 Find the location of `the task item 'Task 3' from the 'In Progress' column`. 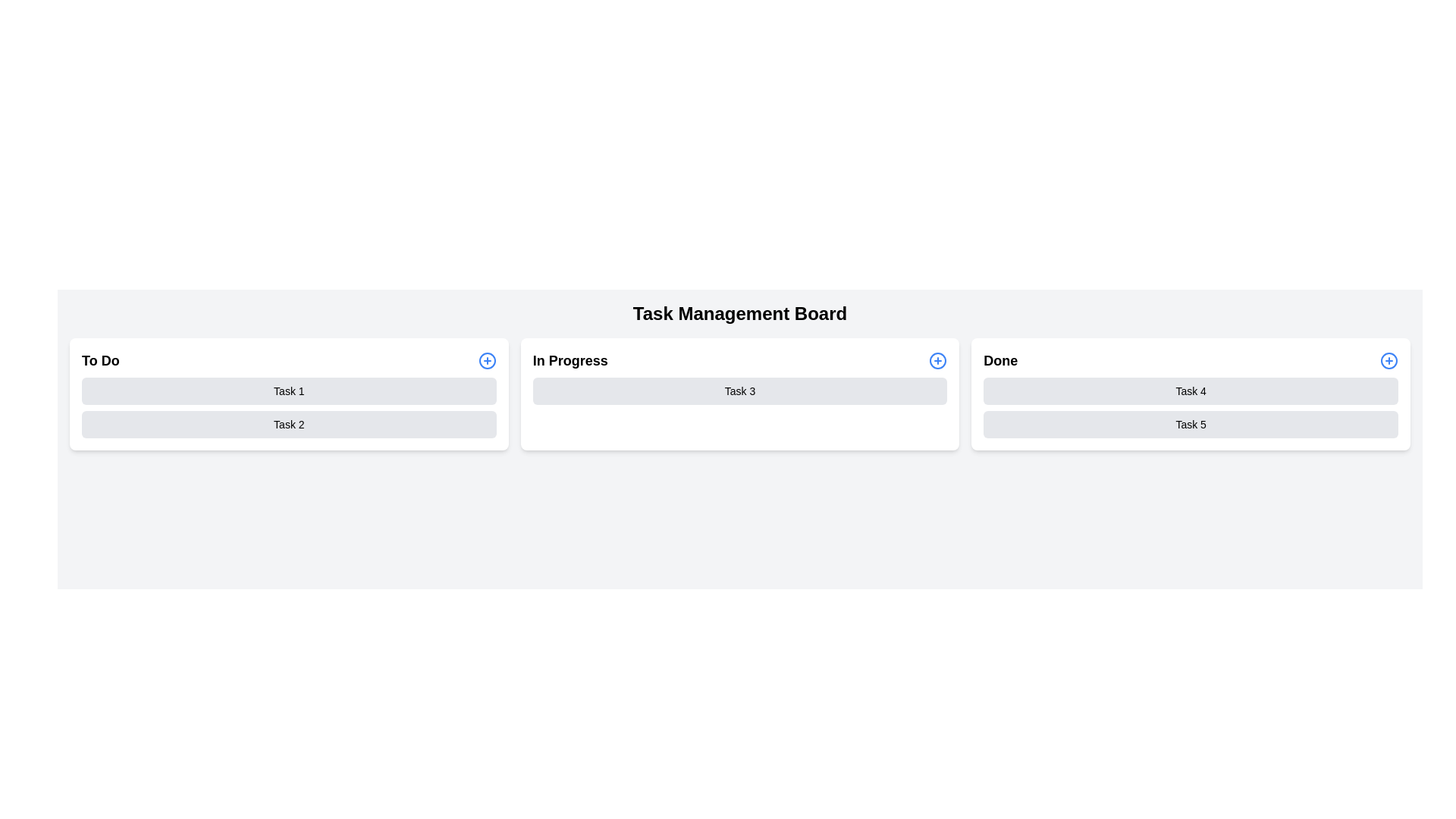

the task item 'Task 3' from the 'In Progress' column is located at coordinates (739, 394).